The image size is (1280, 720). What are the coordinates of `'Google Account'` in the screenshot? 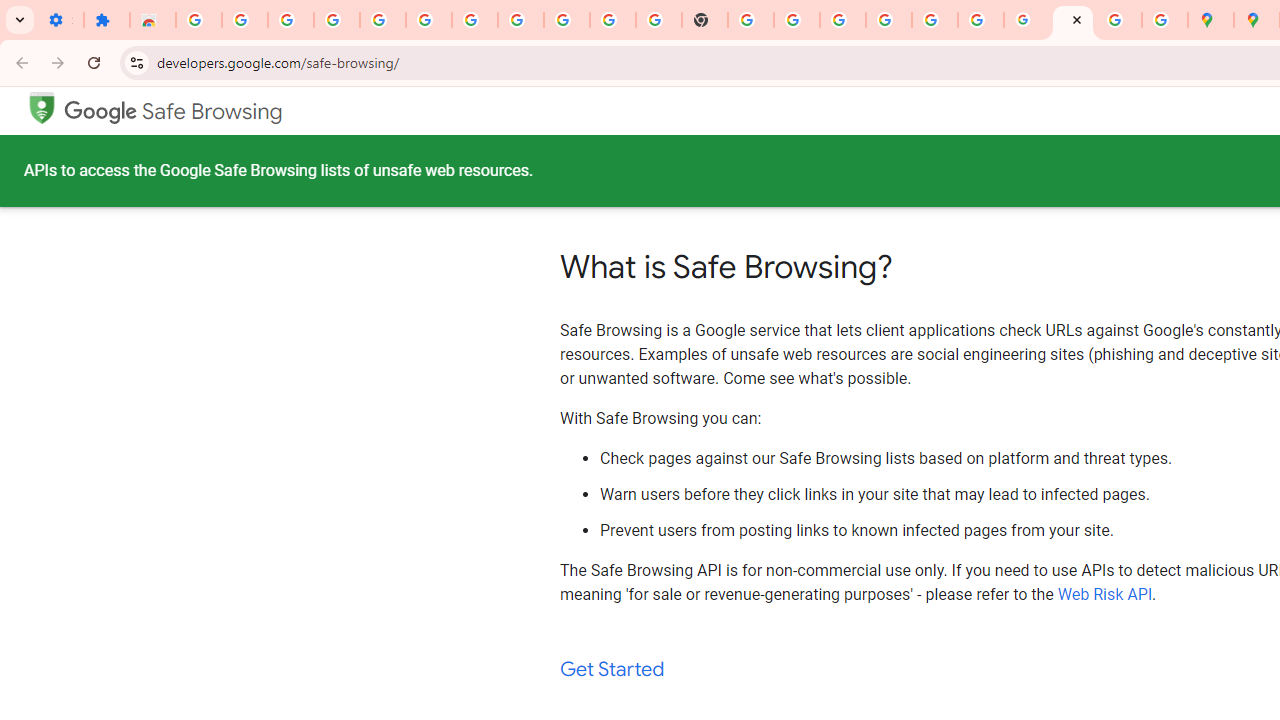 It's located at (566, 20).